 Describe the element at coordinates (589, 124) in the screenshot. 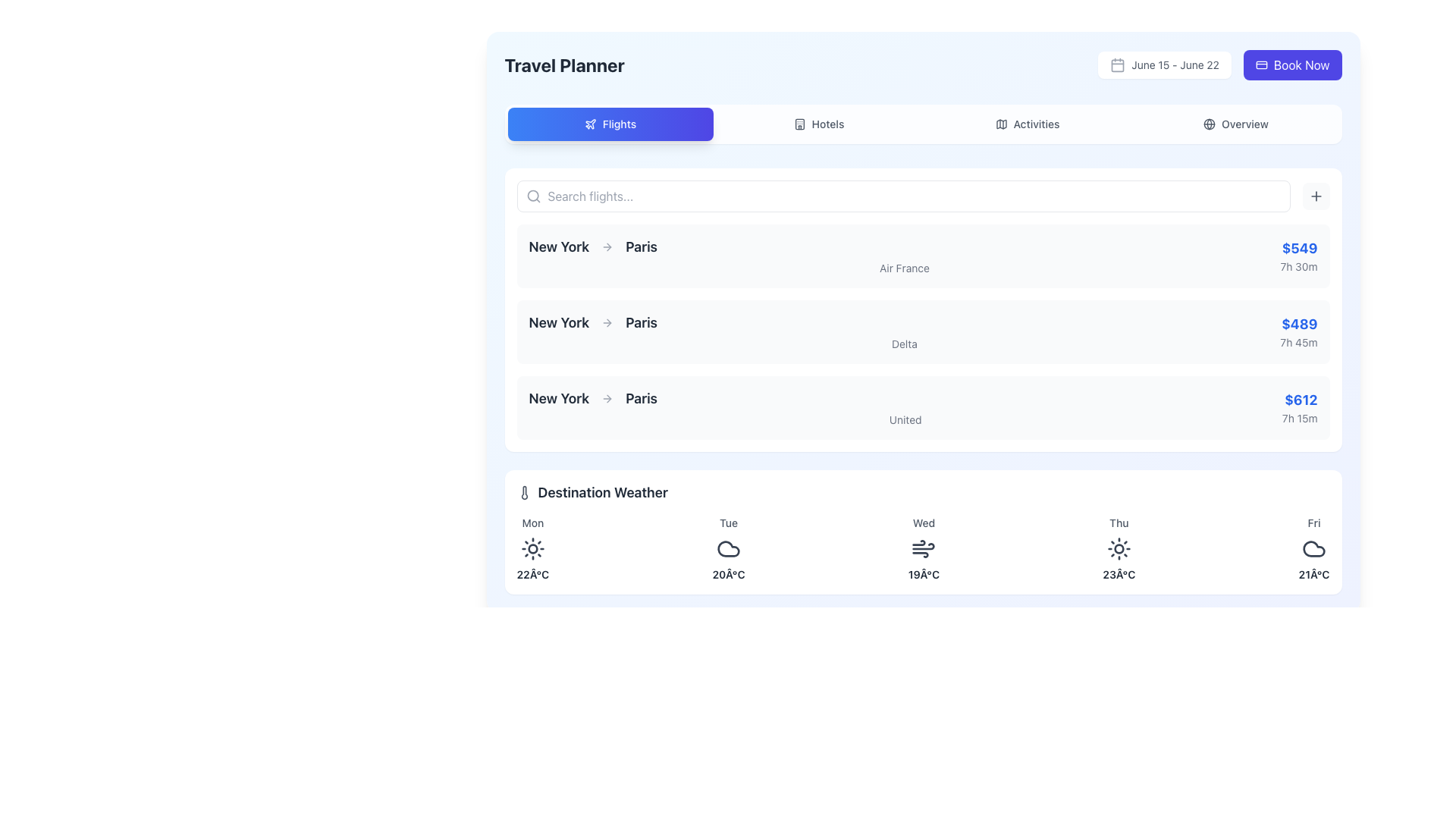

I see `the button labeled 'Flights' that contains the SVG icon representing flights or air travel, which is positioned second from the left in the menu bar` at that location.